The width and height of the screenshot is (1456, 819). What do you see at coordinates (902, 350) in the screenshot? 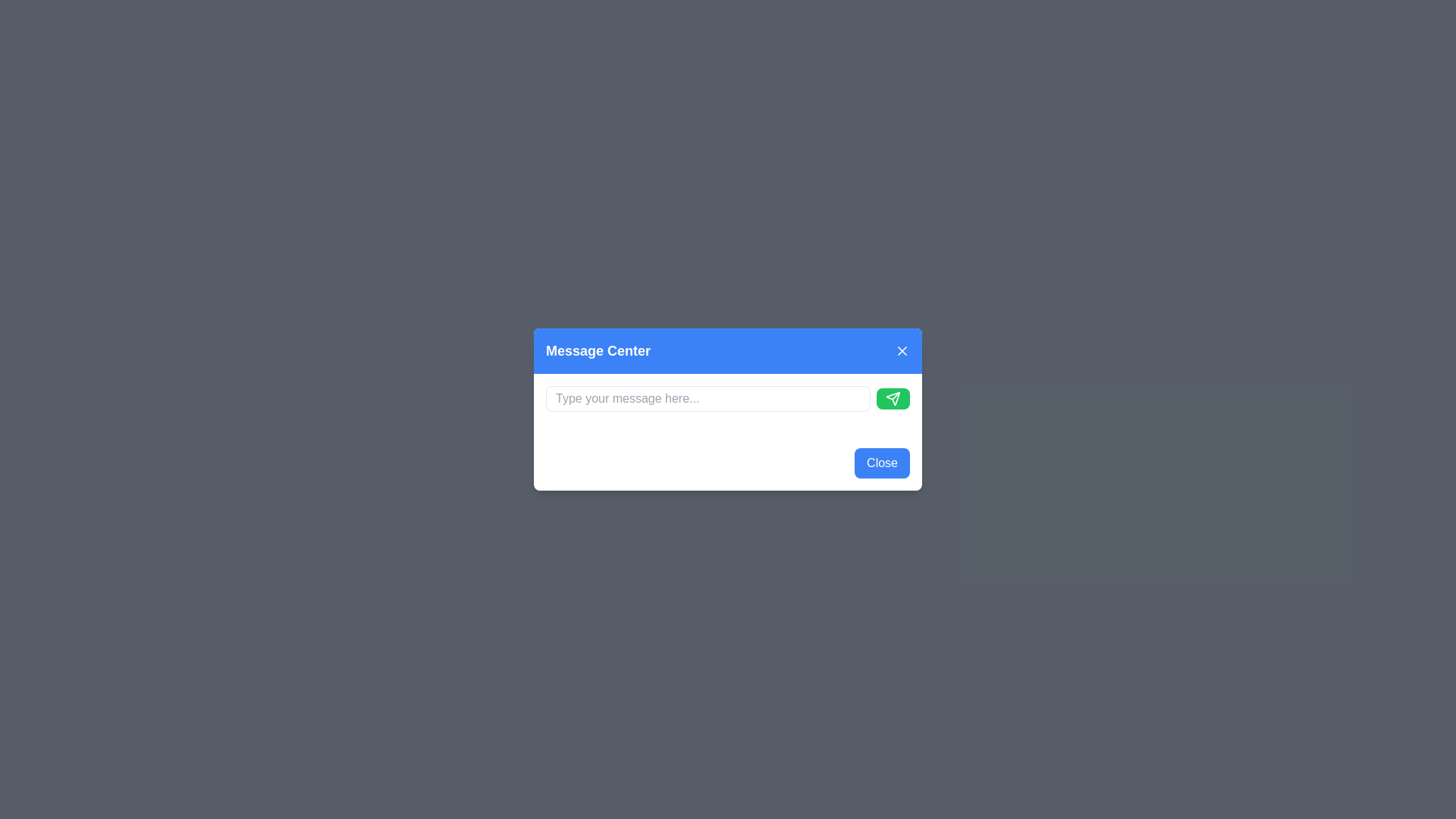
I see `the small button with a cross (X) icon, styled with a white outline and blue background, located in the top right corner of the title bar of the message center dialog box` at bounding box center [902, 350].